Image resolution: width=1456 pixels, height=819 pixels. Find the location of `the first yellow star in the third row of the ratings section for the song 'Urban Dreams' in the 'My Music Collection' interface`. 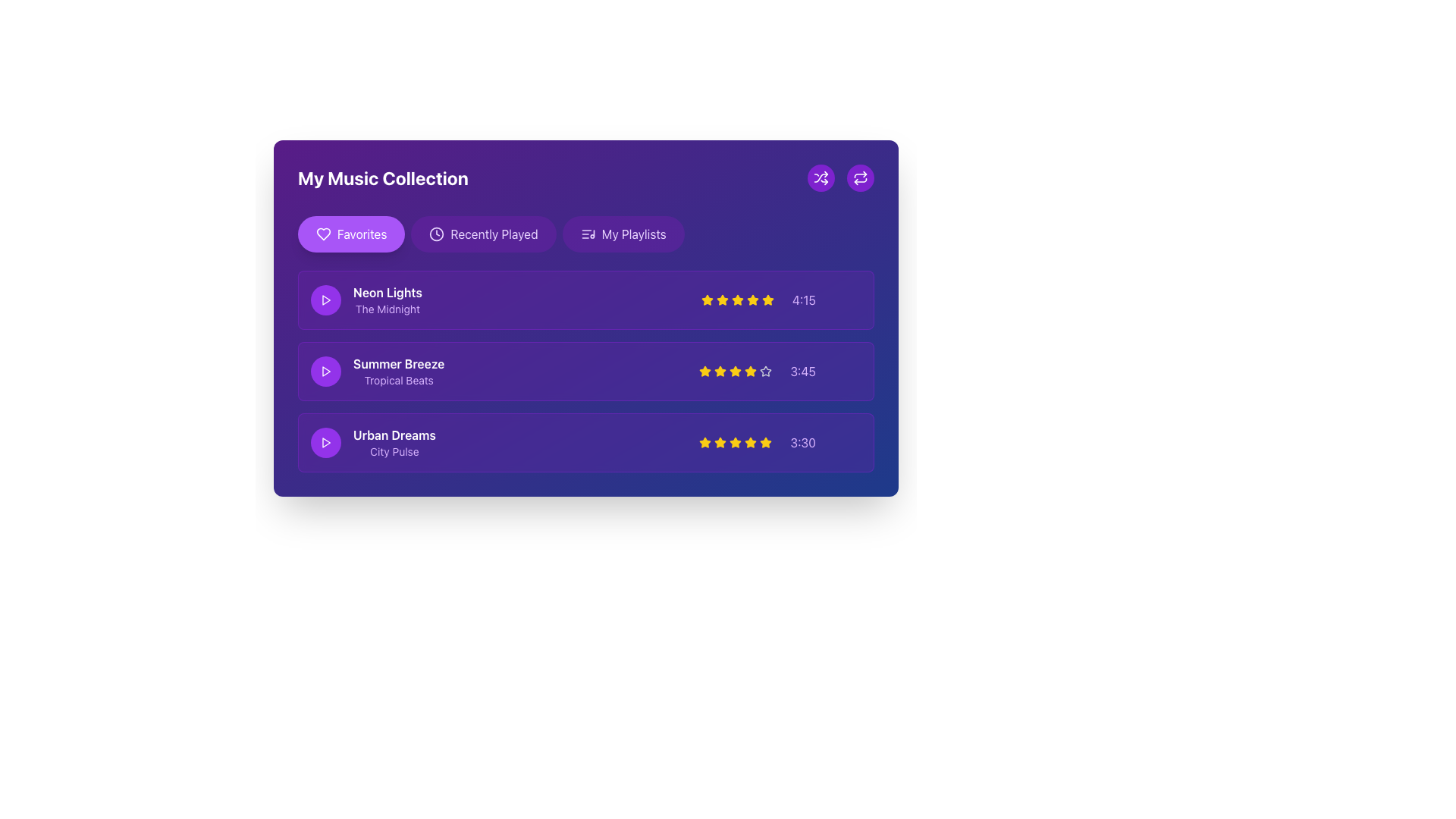

the first yellow star in the third row of the ratings section for the song 'Urban Dreams' in the 'My Music Collection' interface is located at coordinates (704, 442).